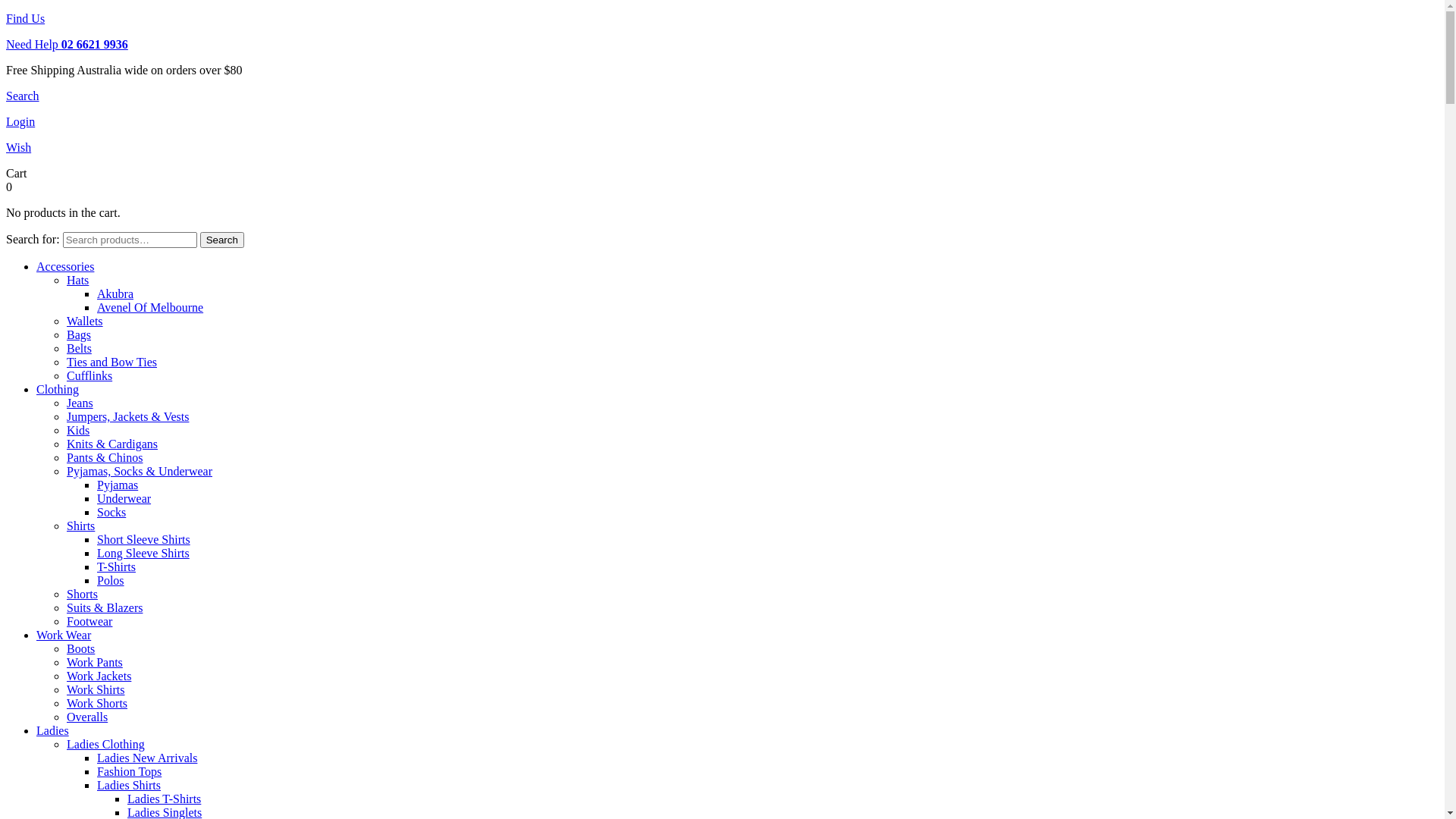  Describe the element at coordinates (95, 689) in the screenshot. I see `'Work Shirts'` at that location.